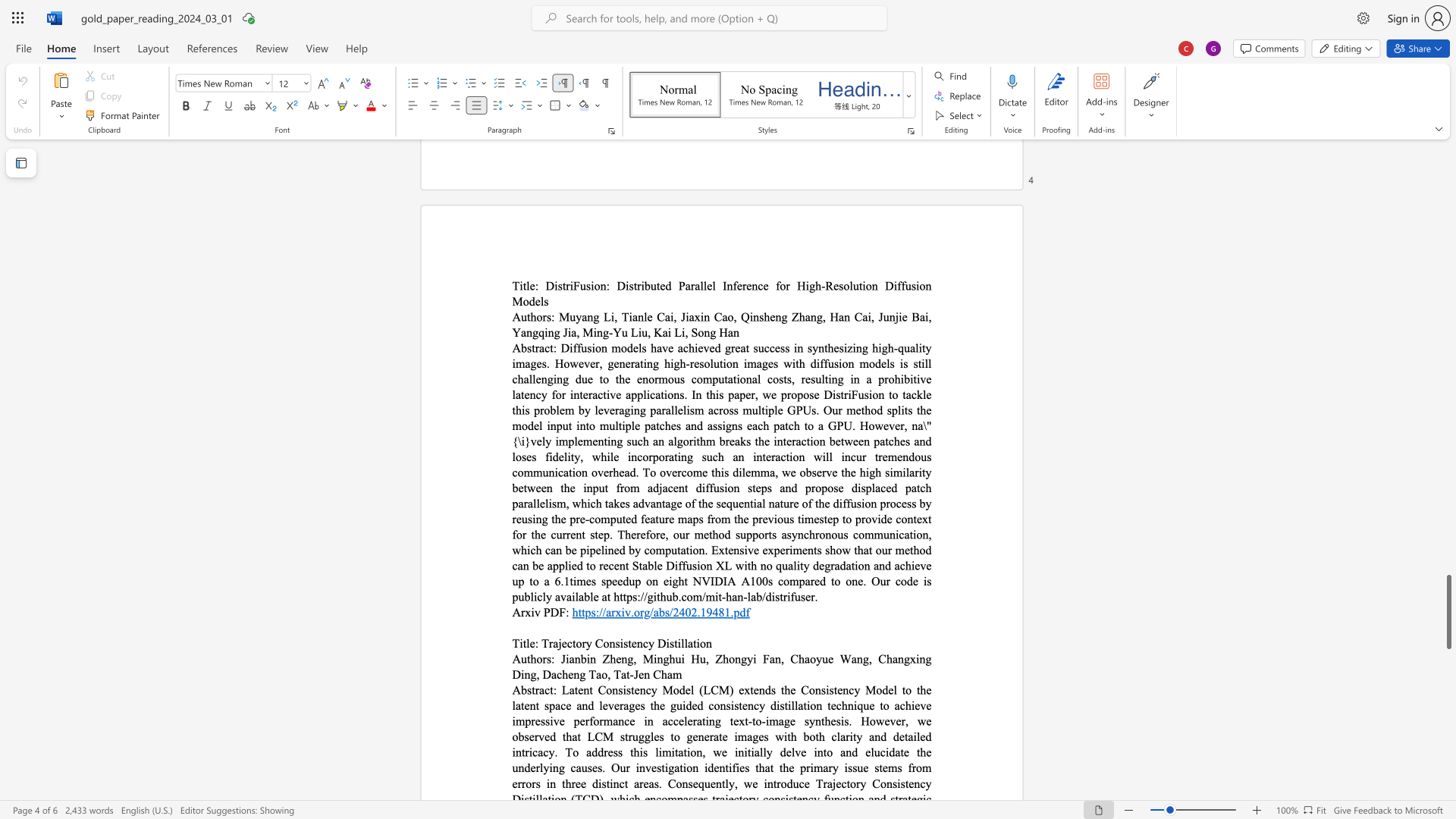  I want to click on the page's right scrollbar for upward movement, so click(1448, 371).